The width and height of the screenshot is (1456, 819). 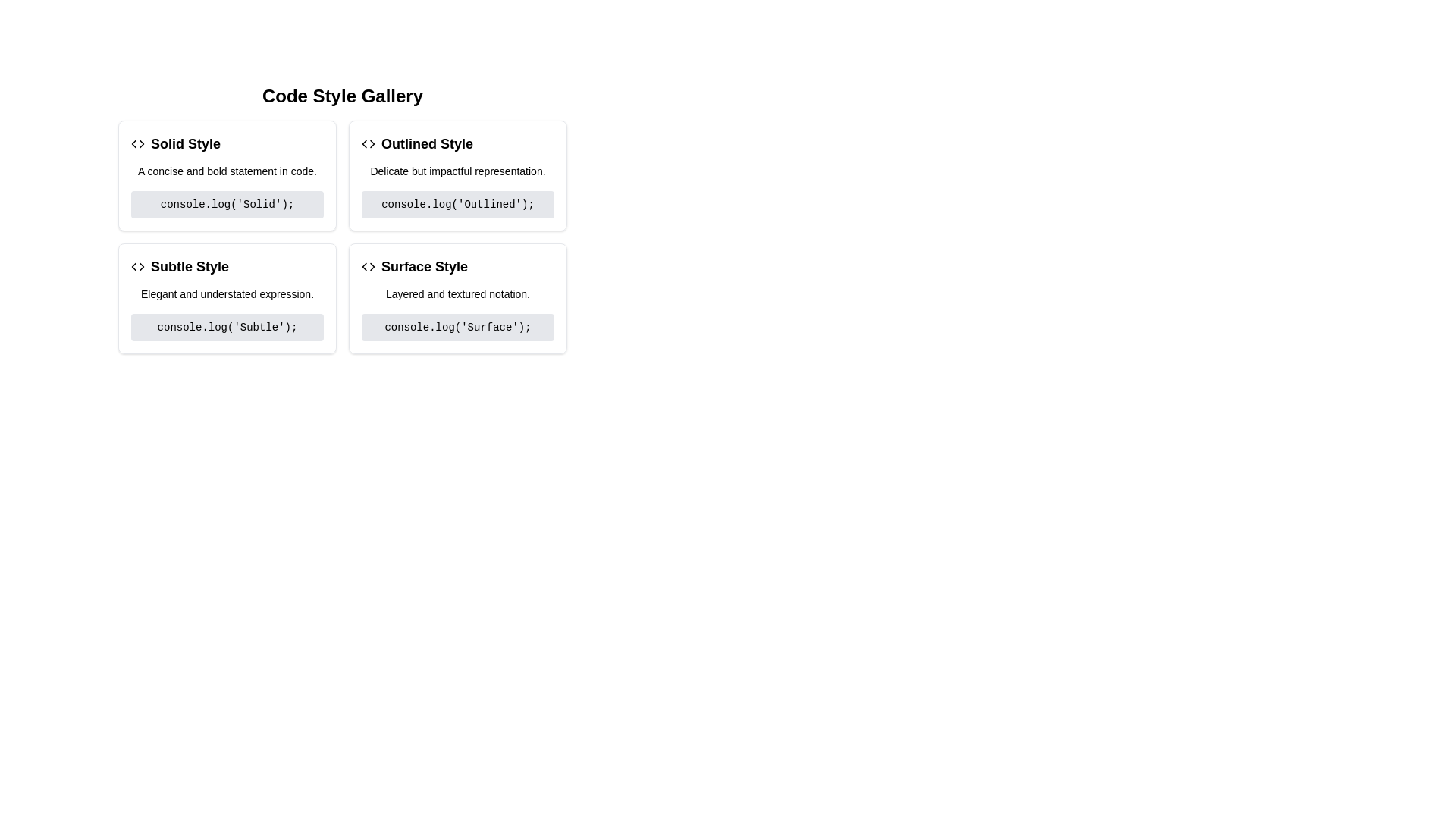 What do you see at coordinates (457, 171) in the screenshot?
I see `the descriptive subtitle text element located under the 'Outlined Style' header and above the code block` at bounding box center [457, 171].